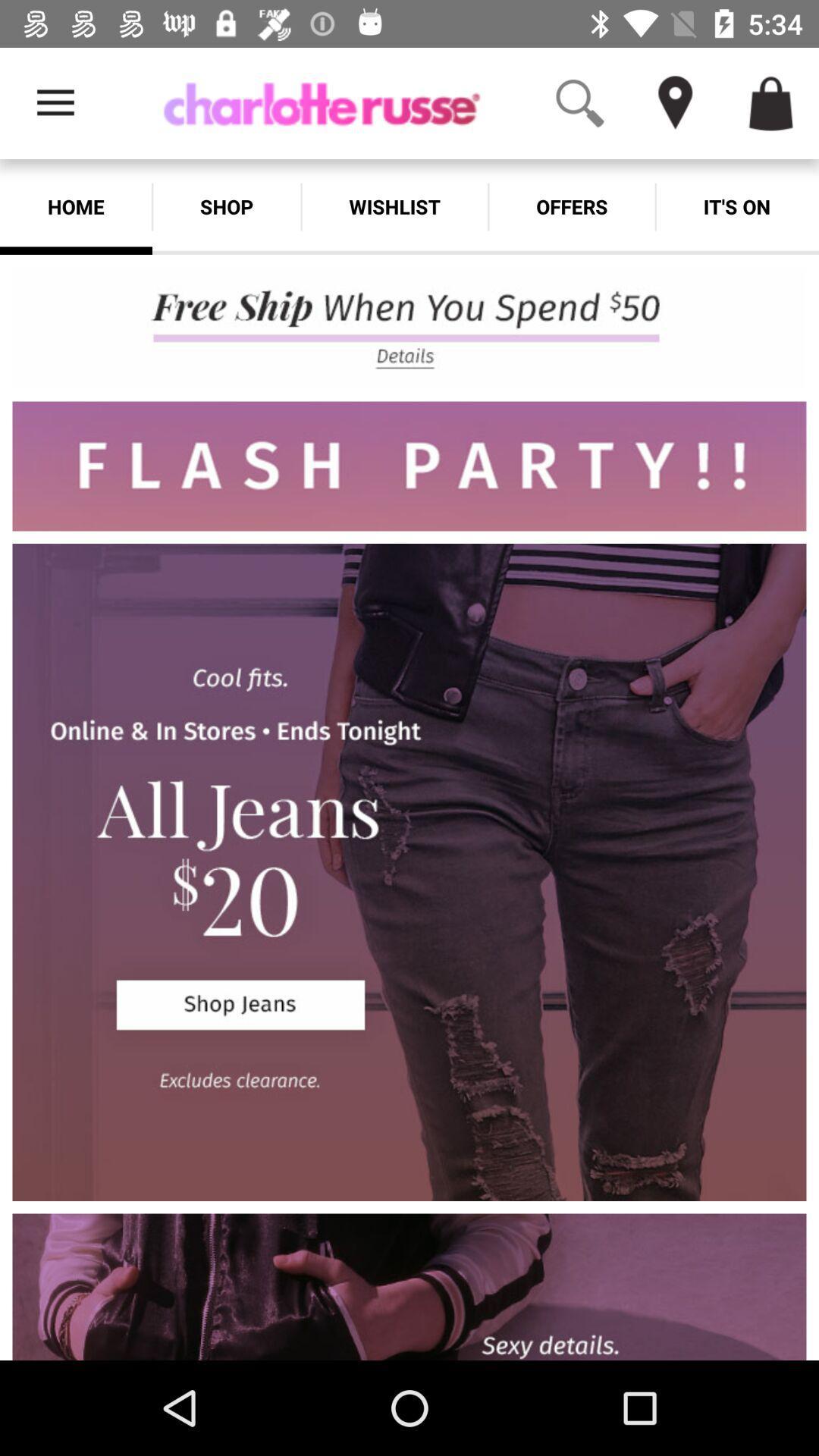 The width and height of the screenshot is (819, 1456). Describe the element at coordinates (771, 102) in the screenshot. I see `shopping bag` at that location.